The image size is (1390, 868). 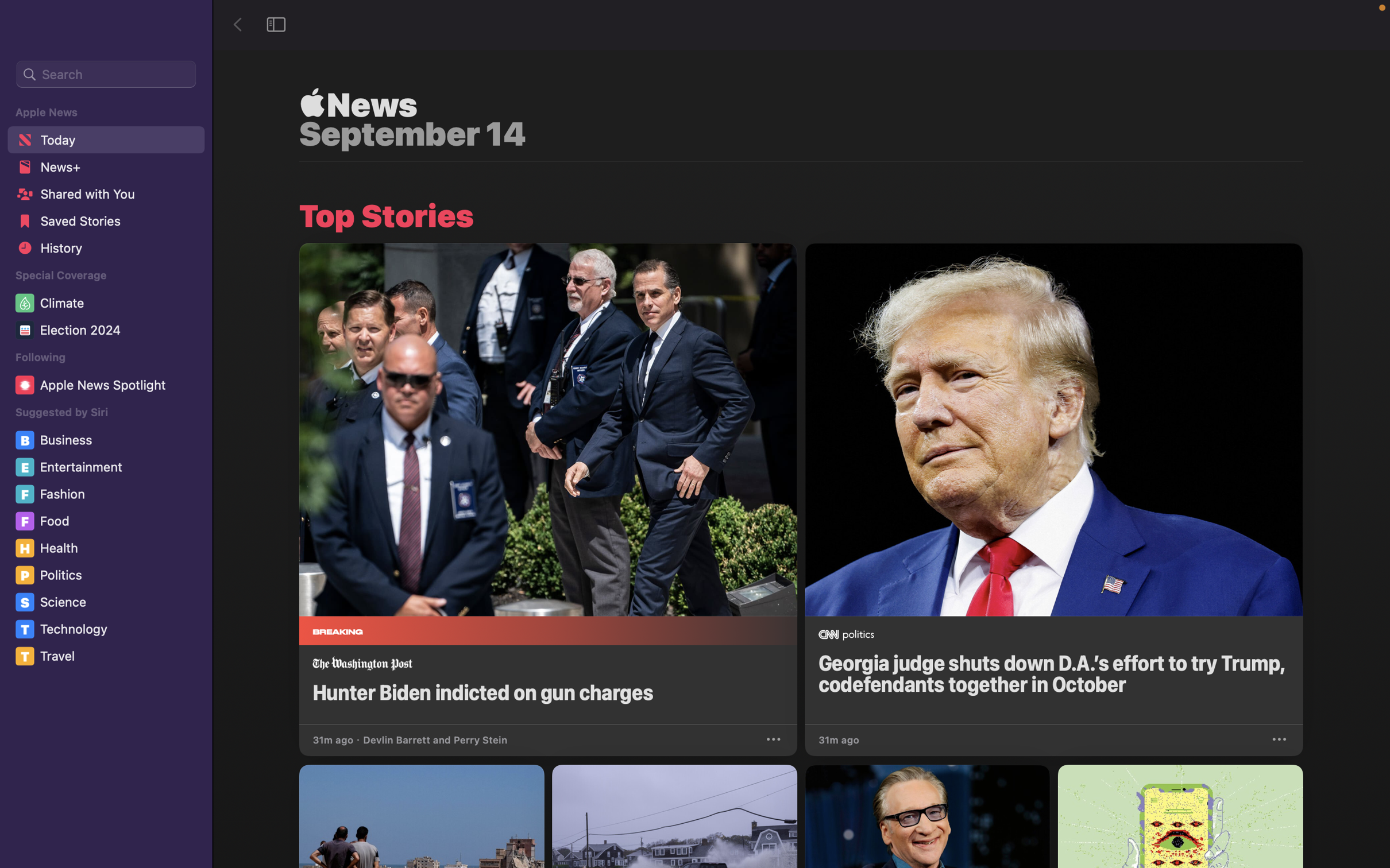 What do you see at coordinates (277, 24) in the screenshot?
I see `the sidebar menu` at bounding box center [277, 24].